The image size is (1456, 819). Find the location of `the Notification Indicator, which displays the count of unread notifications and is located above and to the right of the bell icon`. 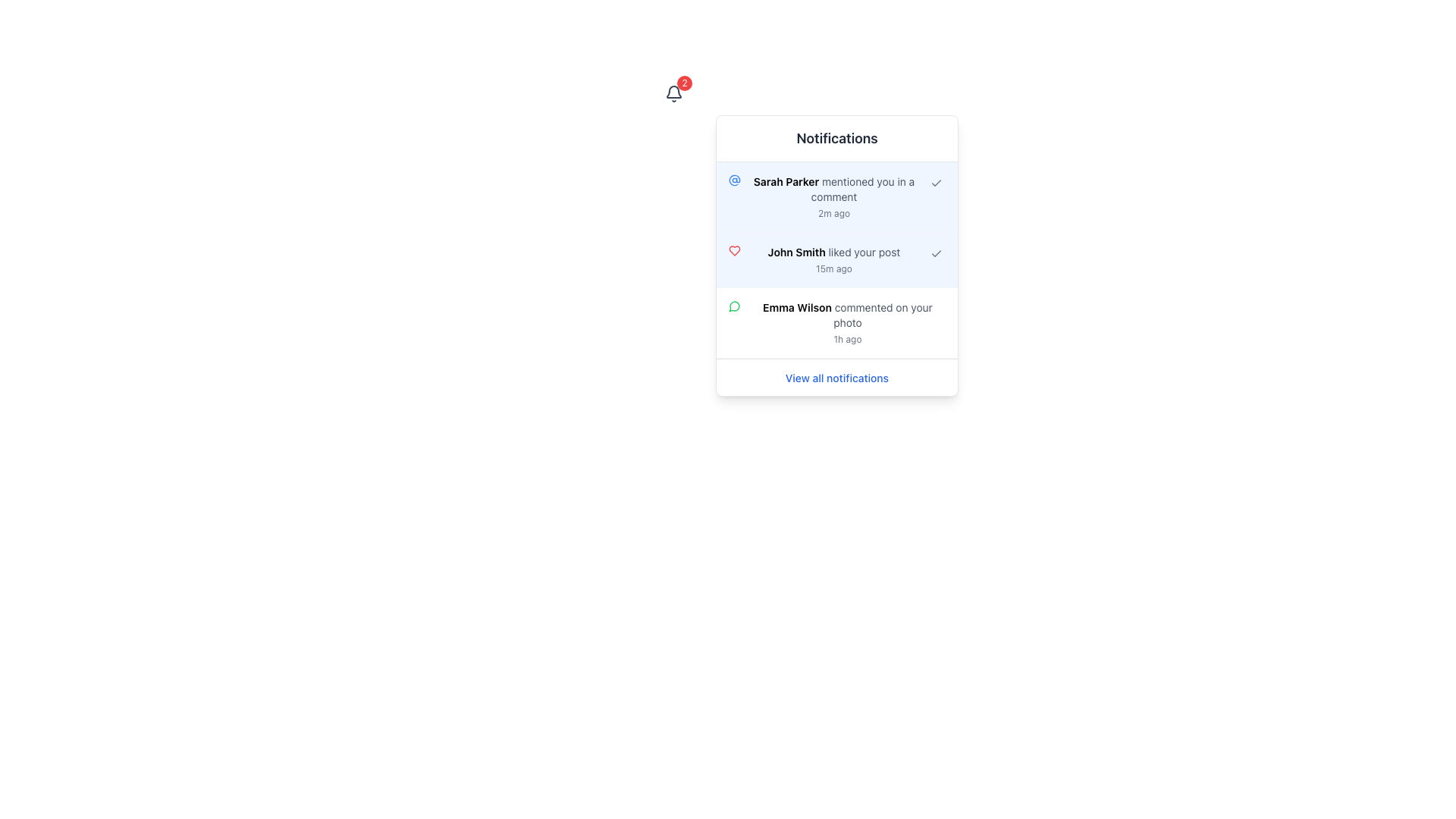

the Notification Indicator, which displays the count of unread notifications and is located above and to the right of the bell icon is located at coordinates (683, 83).